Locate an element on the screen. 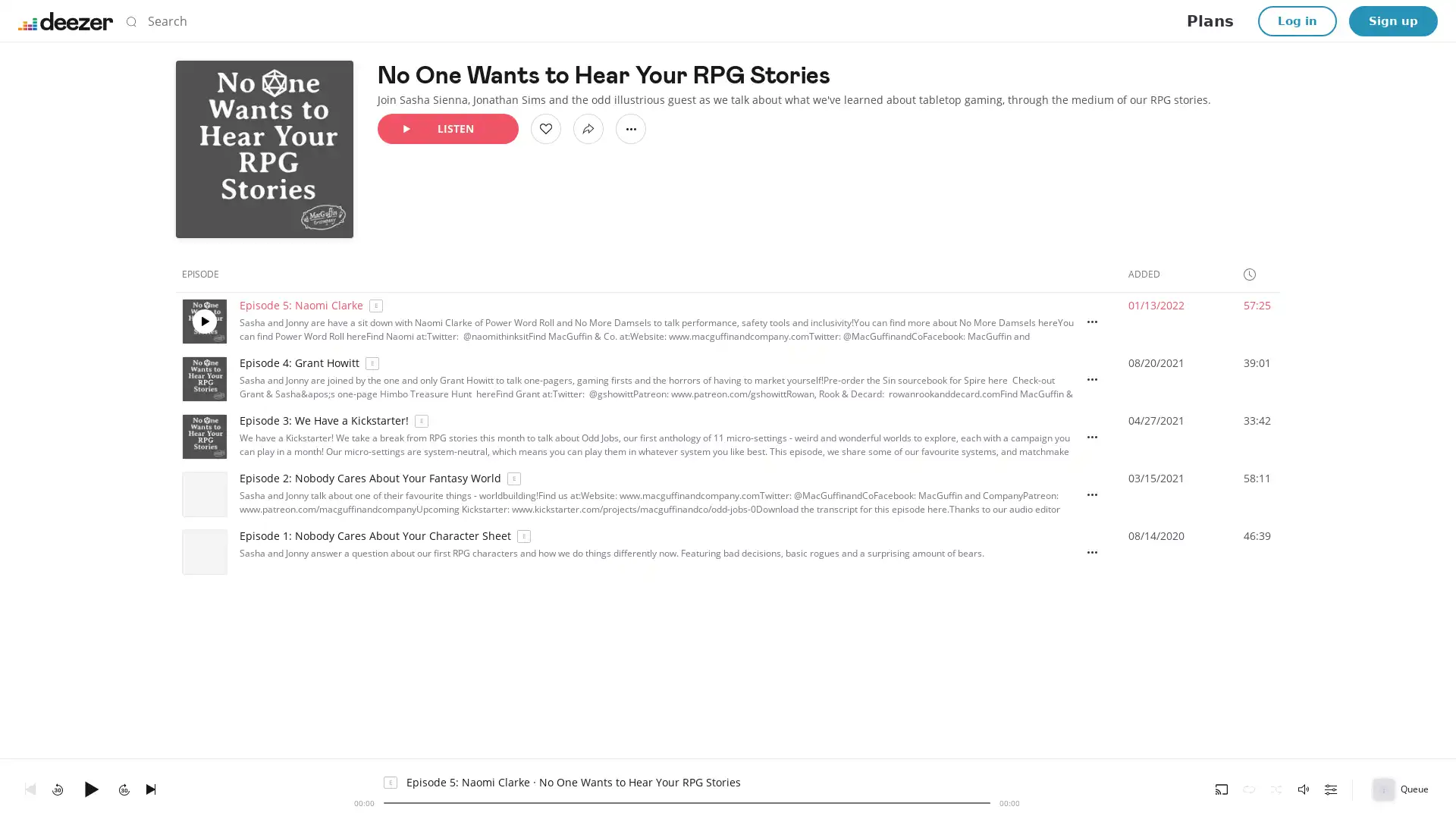  Add is located at coordinates (546, 127).